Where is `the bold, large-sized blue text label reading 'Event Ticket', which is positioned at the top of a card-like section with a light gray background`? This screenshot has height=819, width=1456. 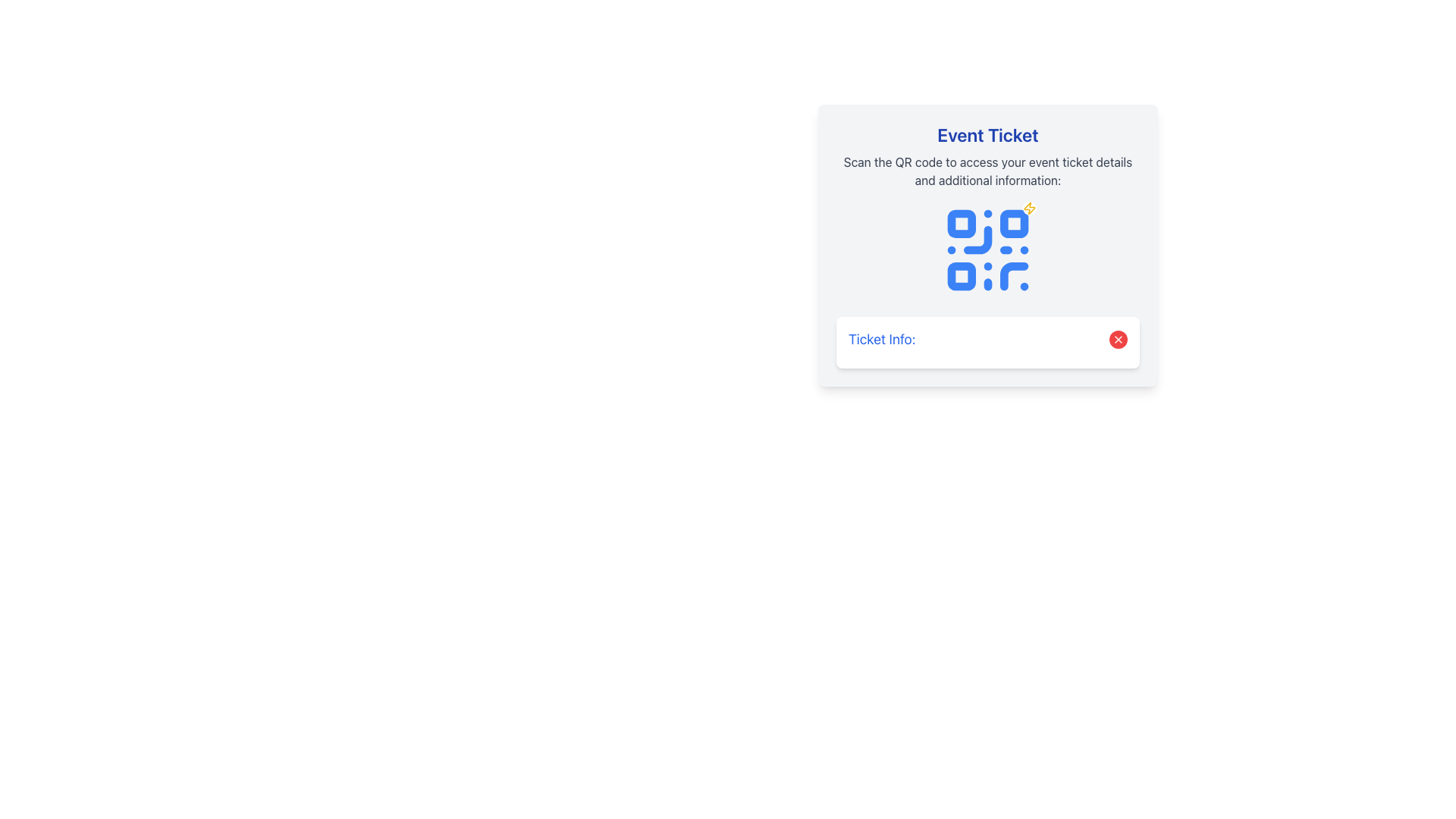 the bold, large-sized blue text label reading 'Event Ticket', which is positioned at the top of a card-like section with a light gray background is located at coordinates (987, 133).